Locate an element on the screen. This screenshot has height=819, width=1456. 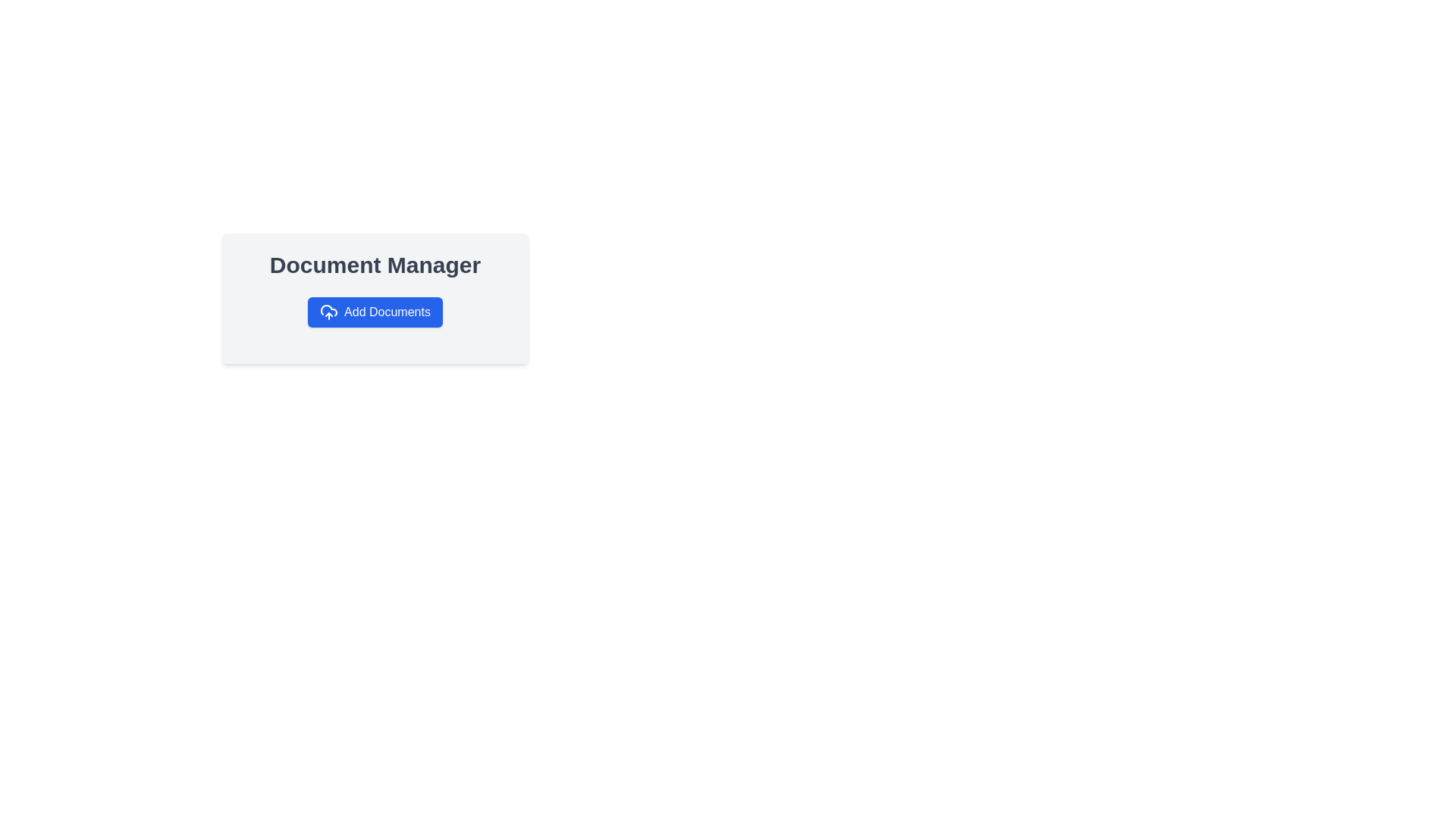
the 'Document Manager' header label, which is a prominent static text element displayed in a large, bold font with a dark gray color, positioned at the top of a card-like frame is located at coordinates (375, 265).